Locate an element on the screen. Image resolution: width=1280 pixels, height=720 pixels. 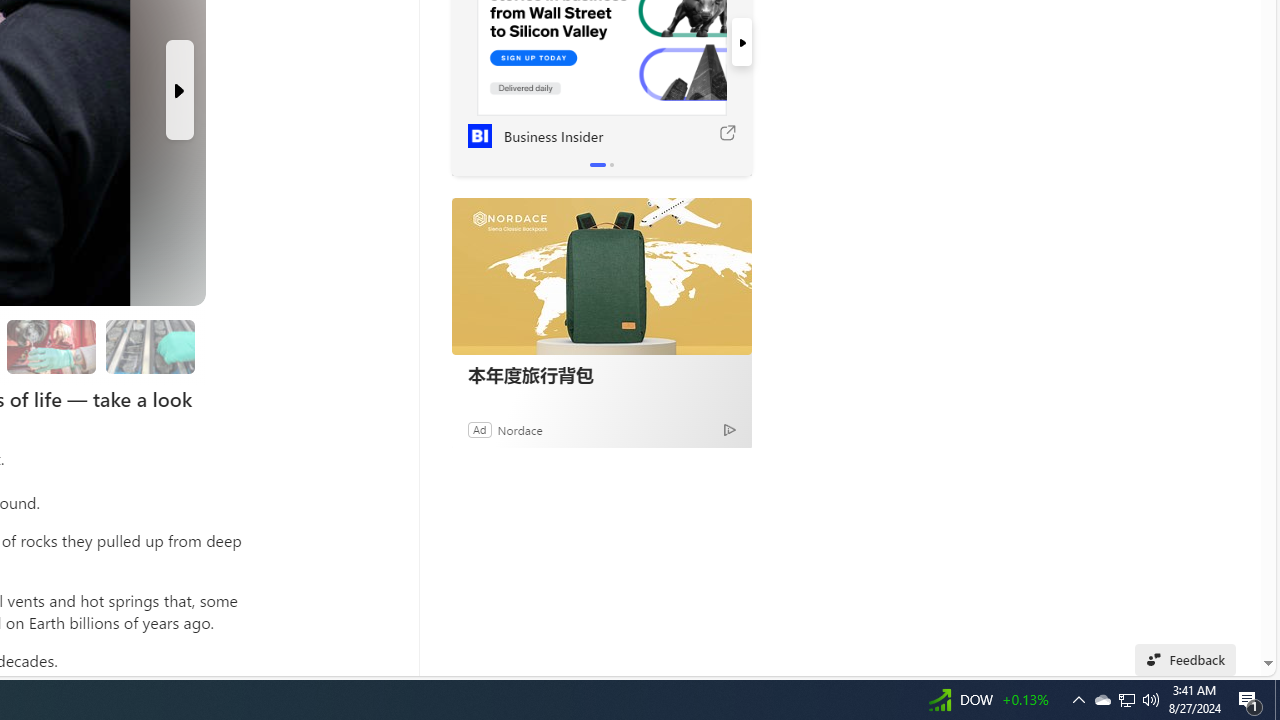
'Researchers are still studying the samples' is located at coordinates (149, 346).